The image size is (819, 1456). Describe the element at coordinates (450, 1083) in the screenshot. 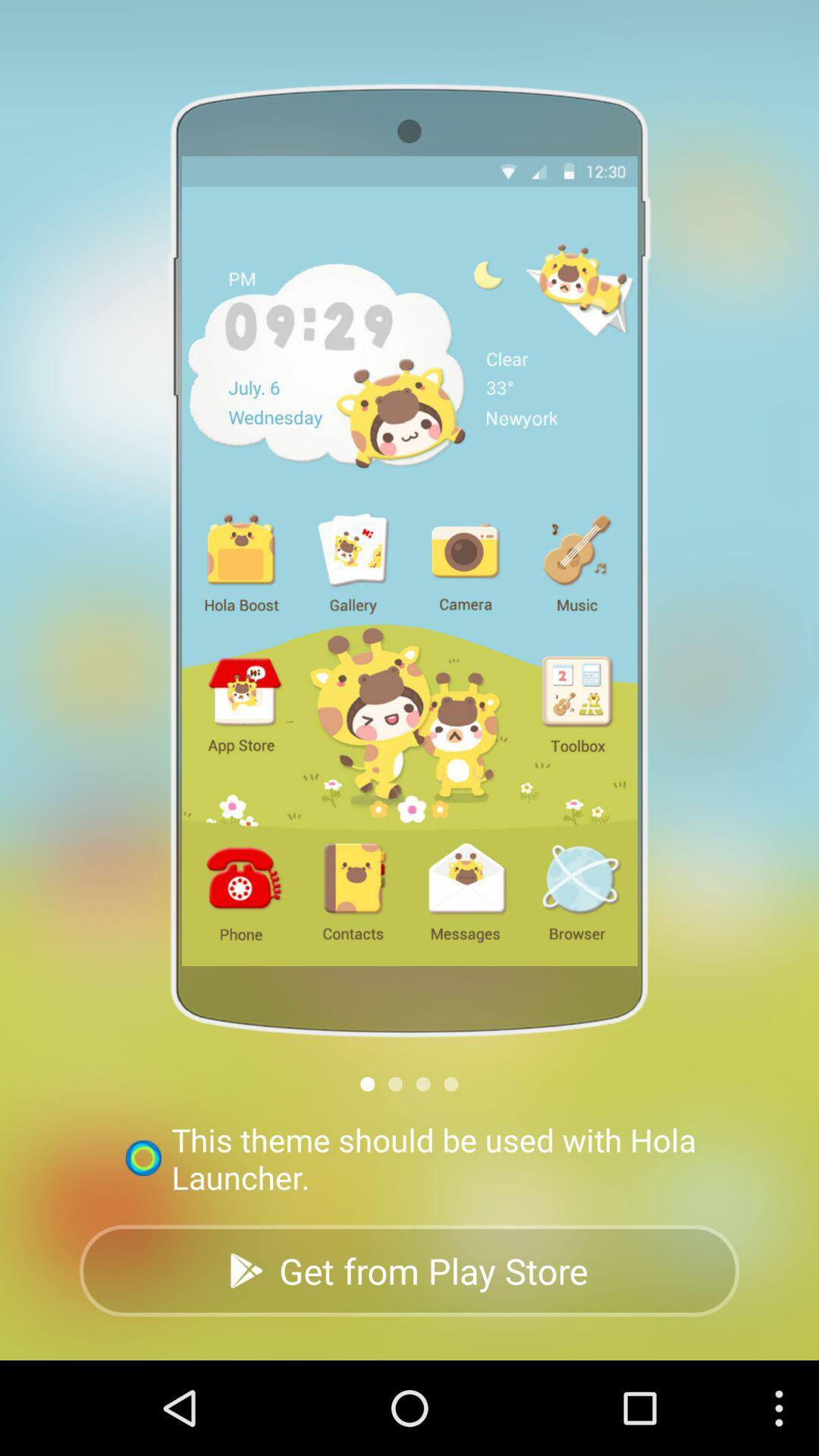

I see `next section` at that location.